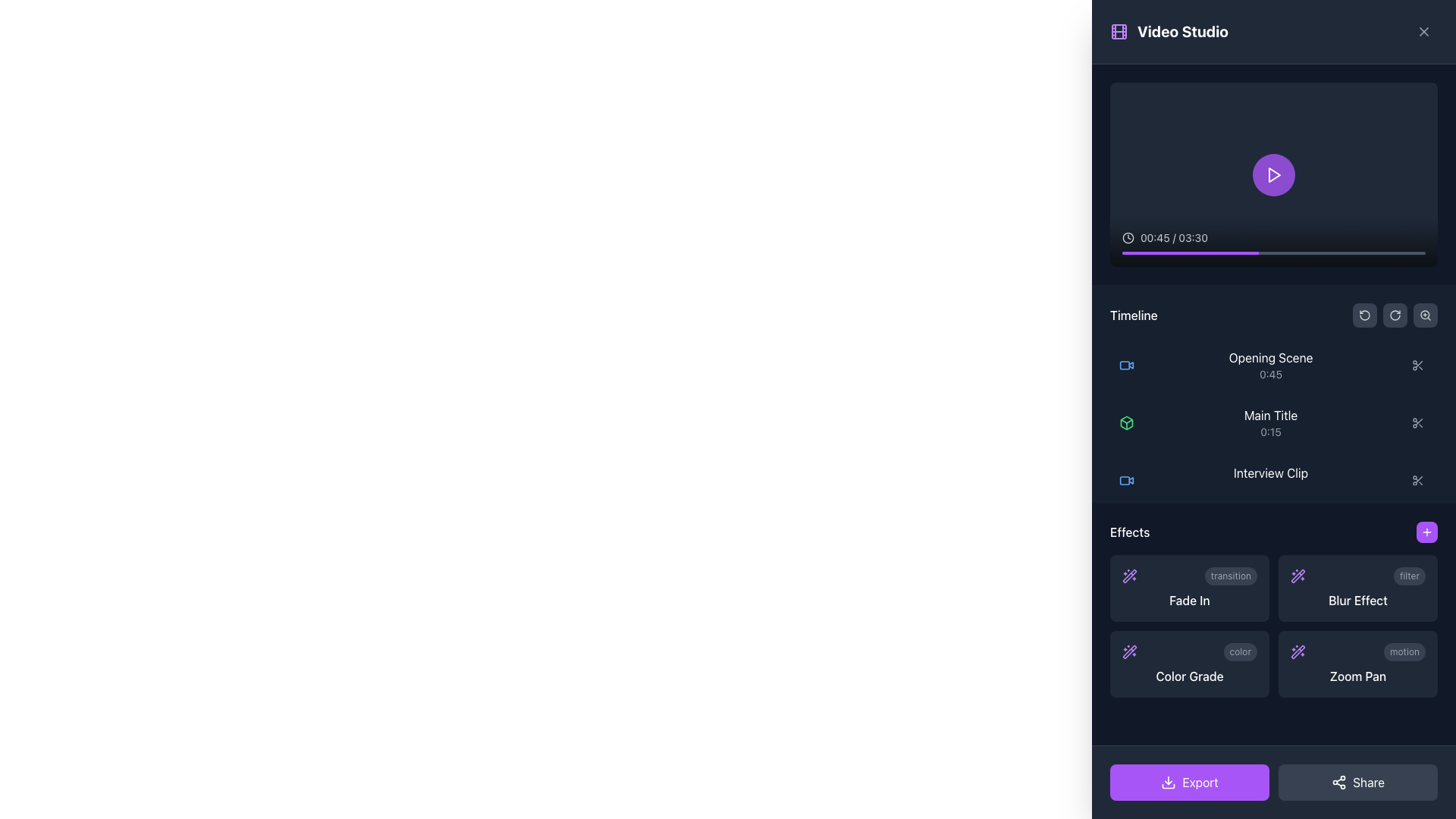 This screenshot has width=1456, height=819. Describe the element at coordinates (1426, 532) in the screenshot. I see `the purple circular button with a plus-like icon in the 'Effects' section` at that location.